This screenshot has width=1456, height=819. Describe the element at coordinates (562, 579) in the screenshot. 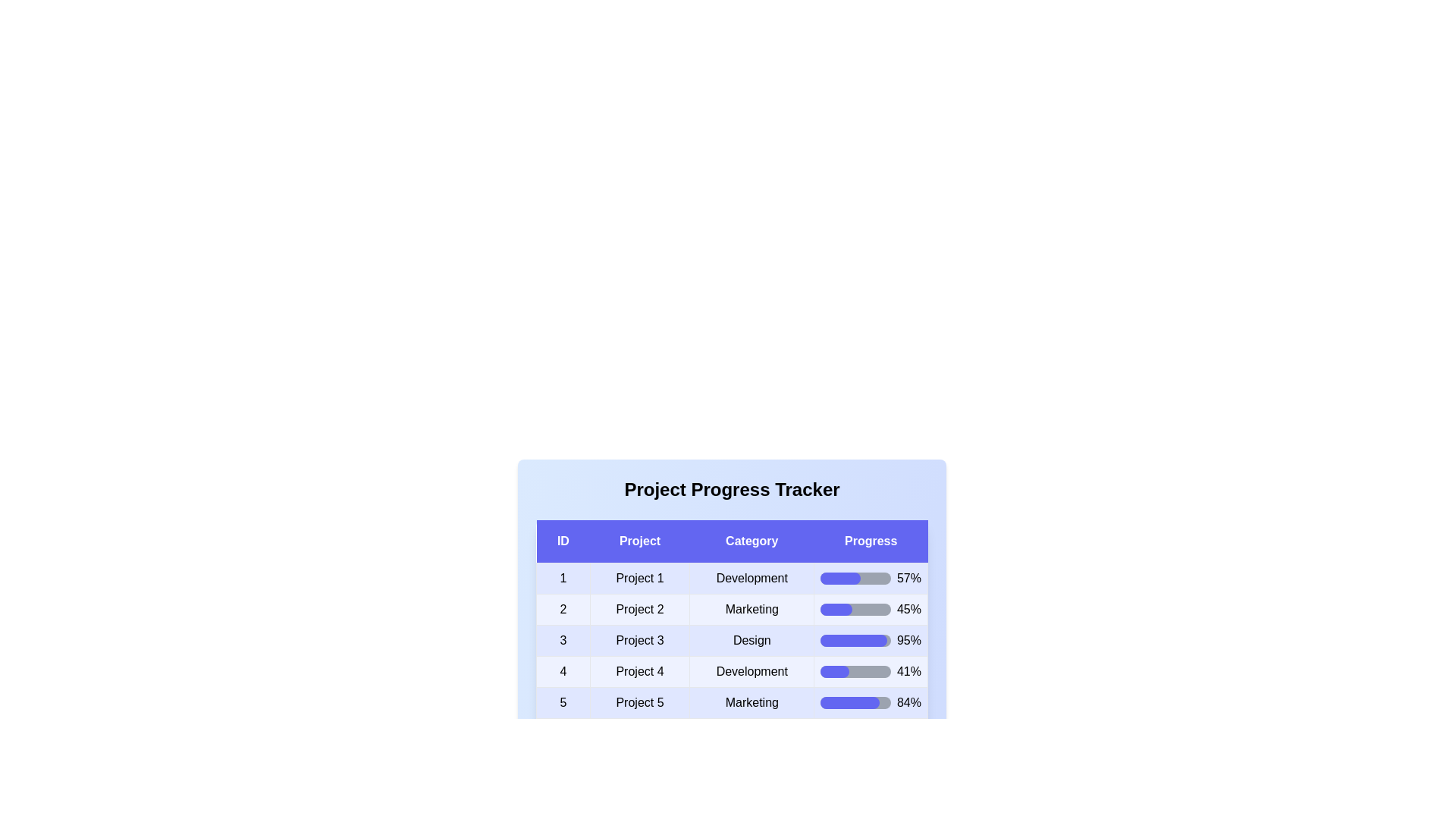

I see `the cell corresponding to project ID 1 and category 'Development'` at that location.